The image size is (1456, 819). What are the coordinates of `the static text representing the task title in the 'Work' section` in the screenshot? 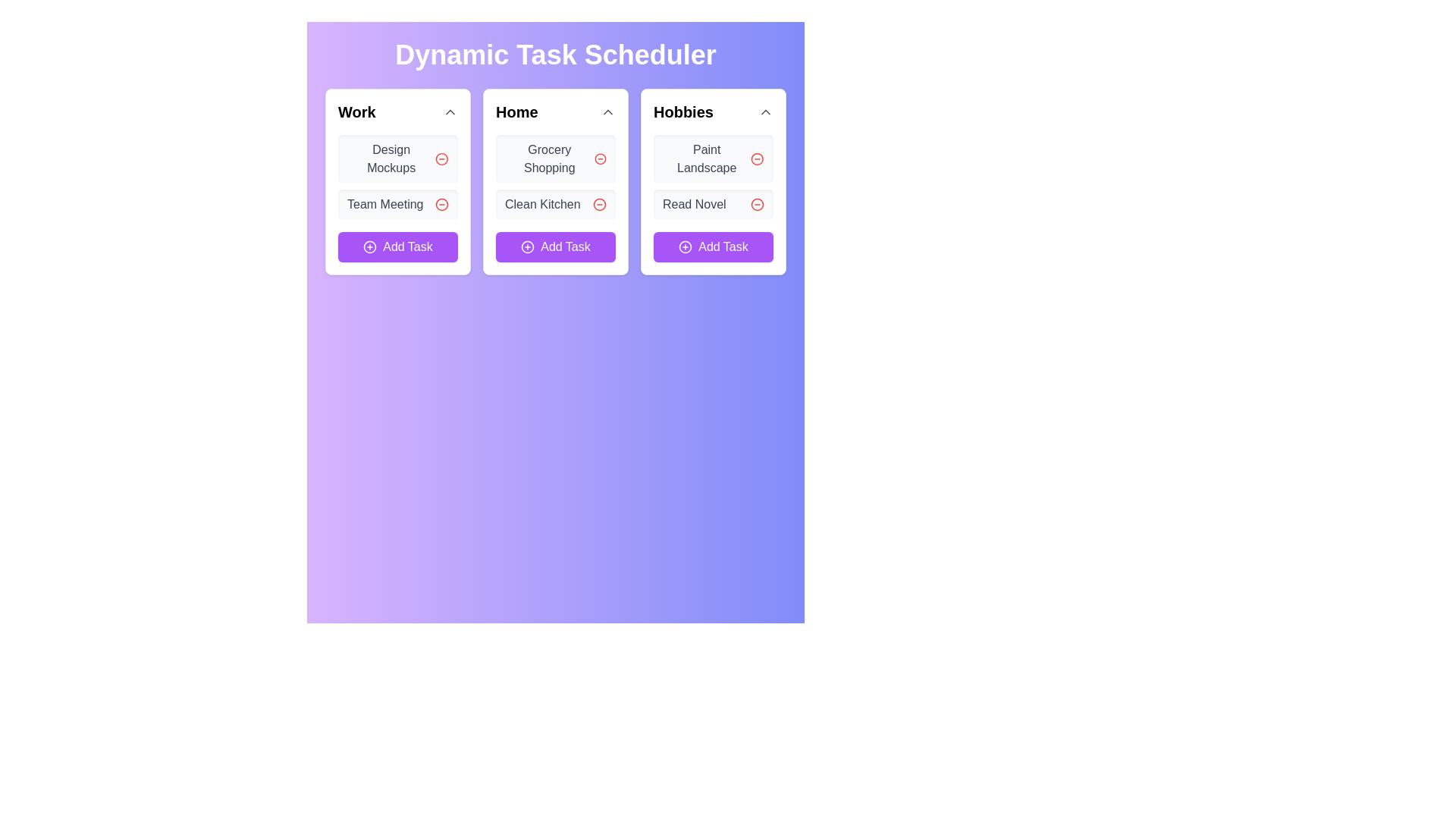 It's located at (391, 158).